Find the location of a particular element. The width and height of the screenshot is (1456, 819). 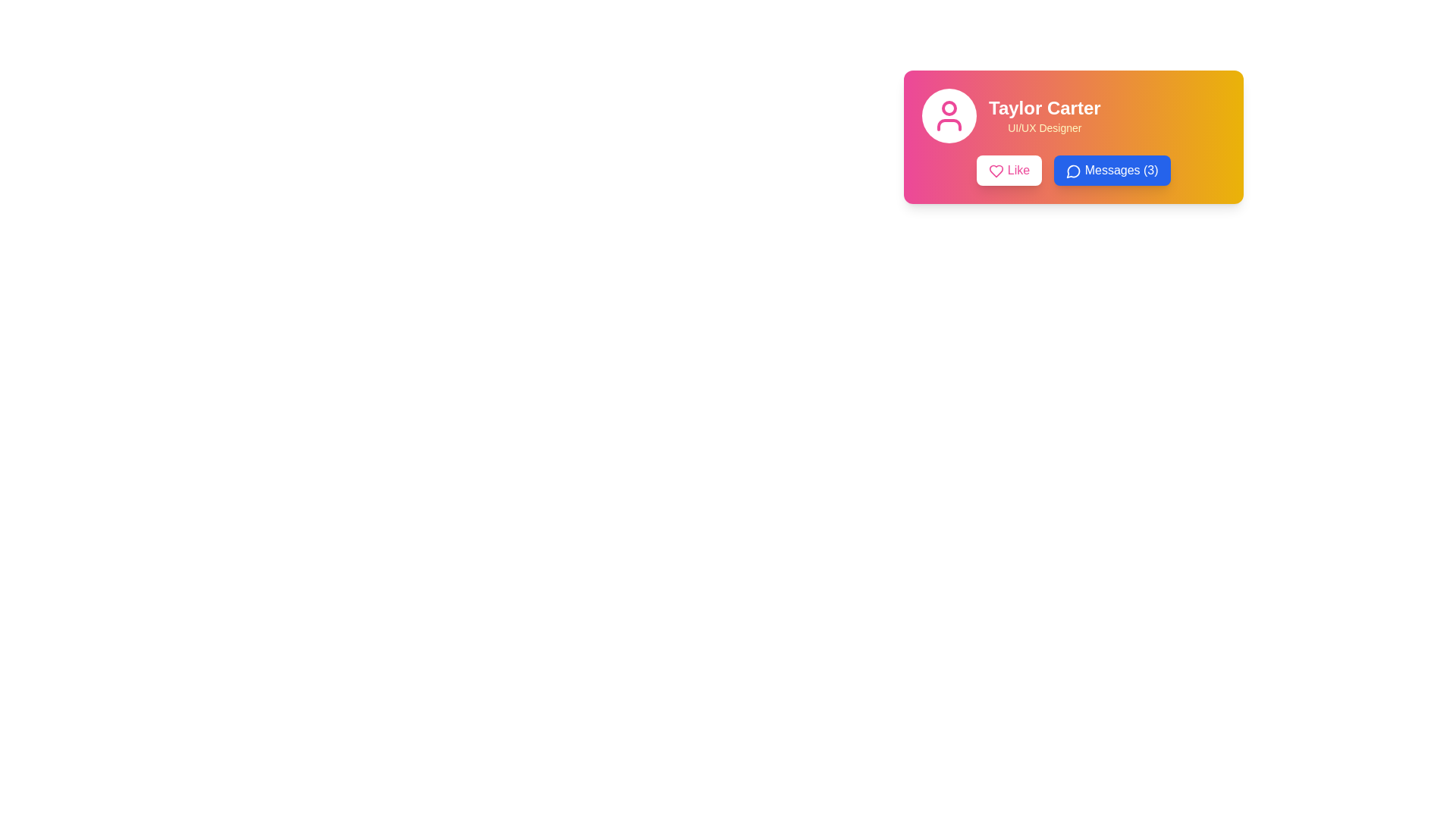

the static text label that provides additional information about the user 'Taylor Carter,' which specifies their role as a 'UI/UX Designer.' This label is located beneath the 'Taylor Carter' text within the same card-style component is located at coordinates (1043, 127).